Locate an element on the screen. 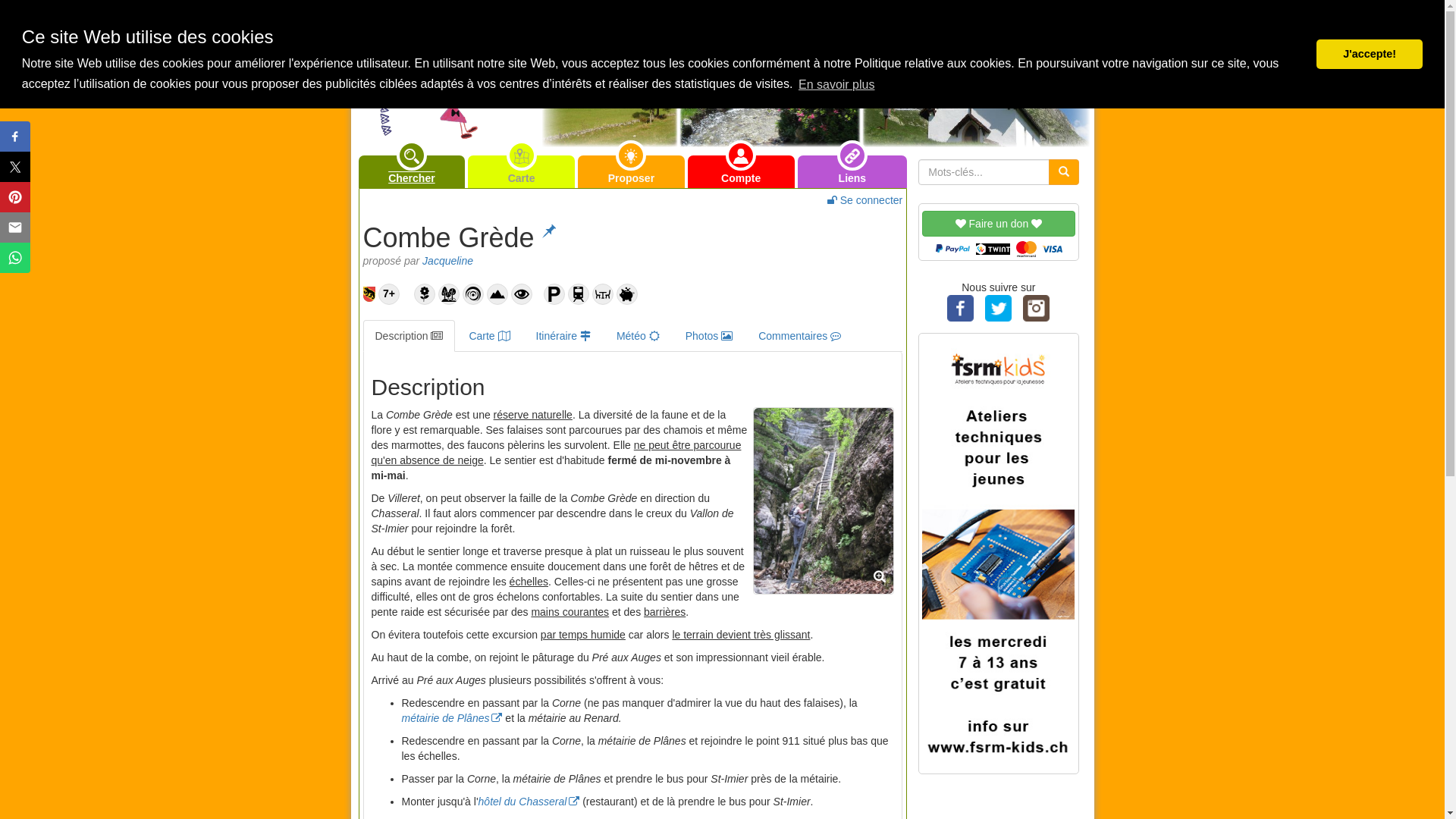 The height and width of the screenshot is (819, 1456). '7+' is located at coordinates (389, 294).